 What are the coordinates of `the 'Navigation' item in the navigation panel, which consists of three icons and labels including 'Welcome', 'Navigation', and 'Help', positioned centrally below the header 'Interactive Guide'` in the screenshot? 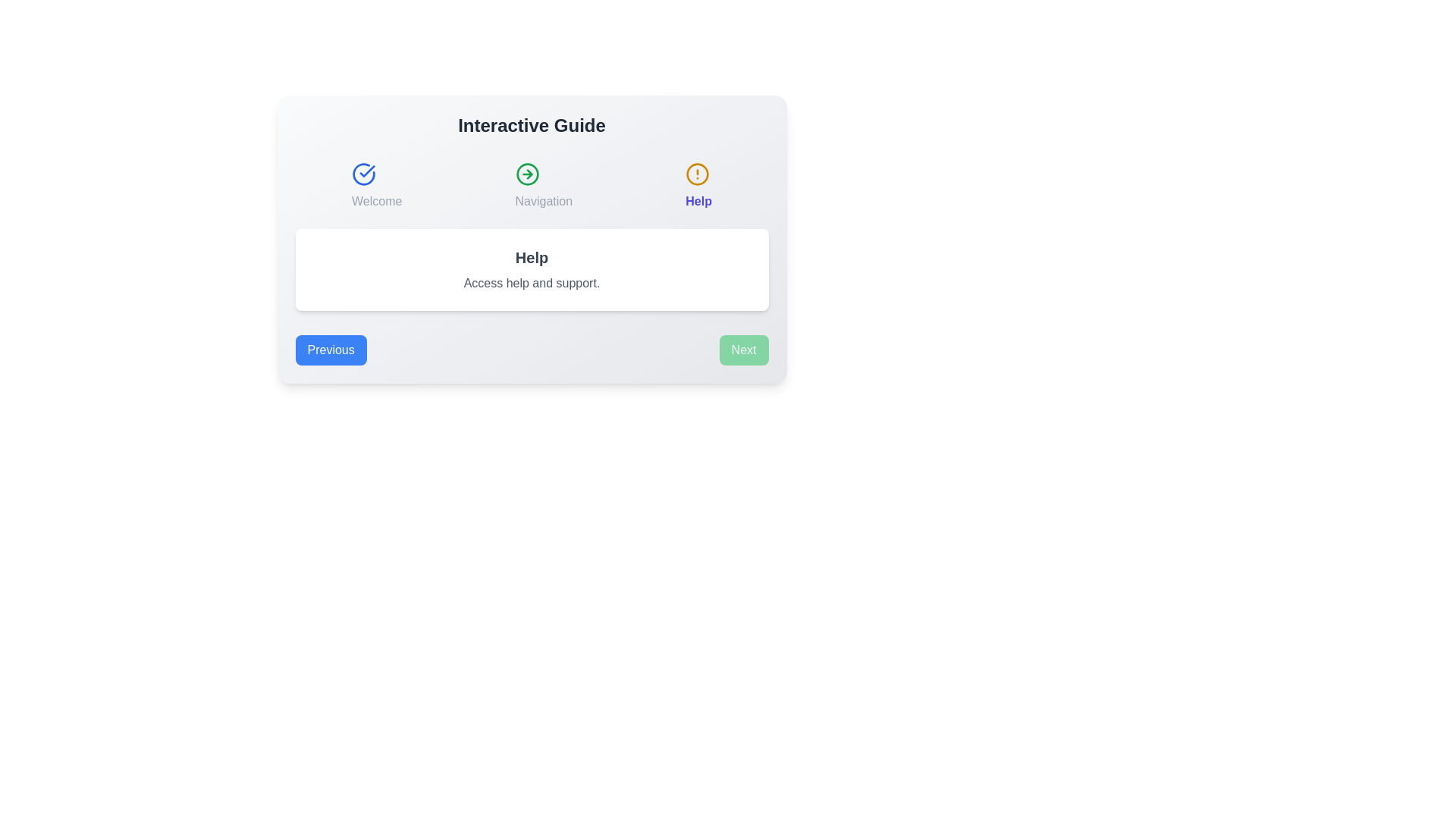 It's located at (532, 186).